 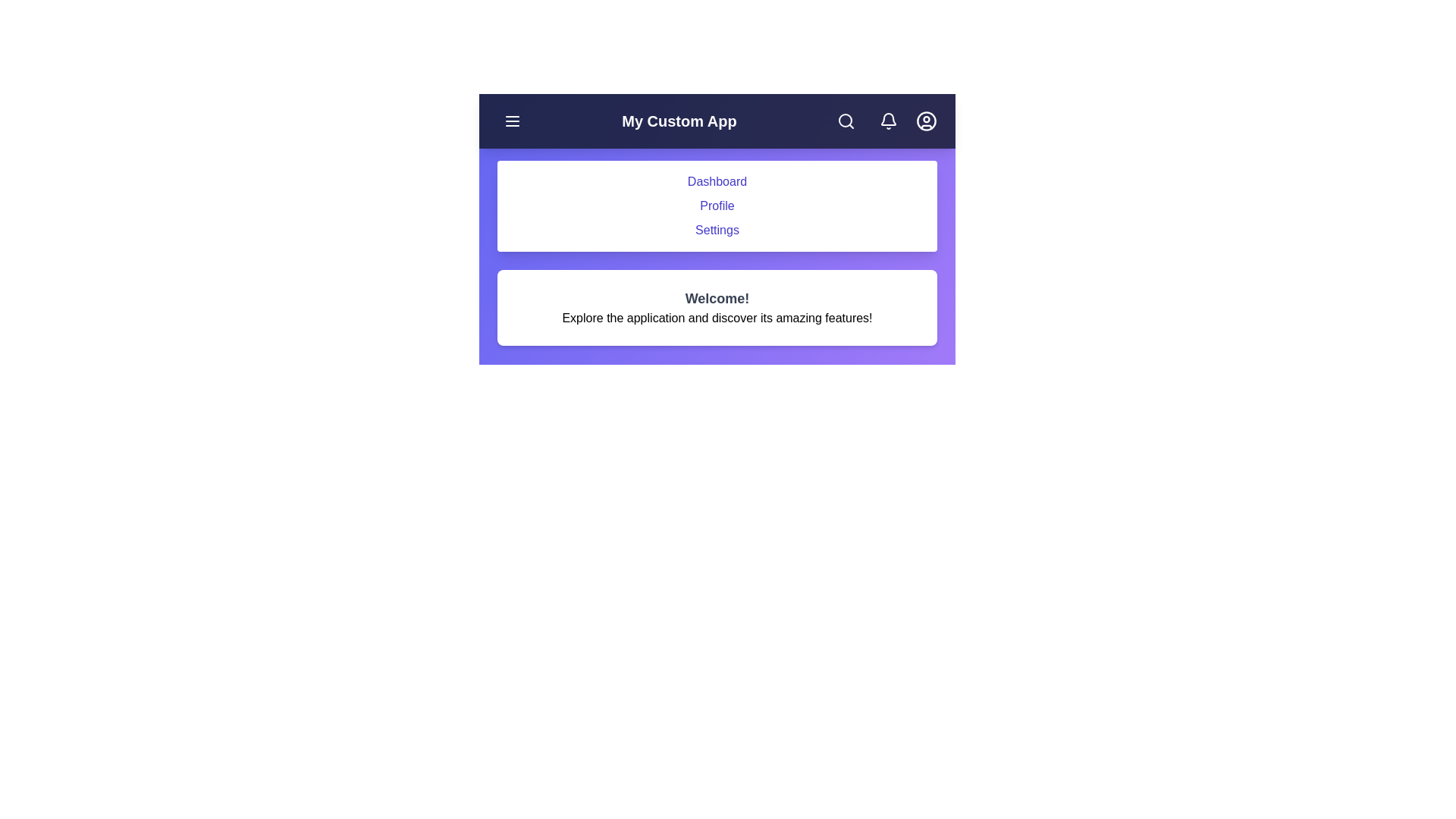 I want to click on the user icon to view user profile information, so click(x=925, y=120).